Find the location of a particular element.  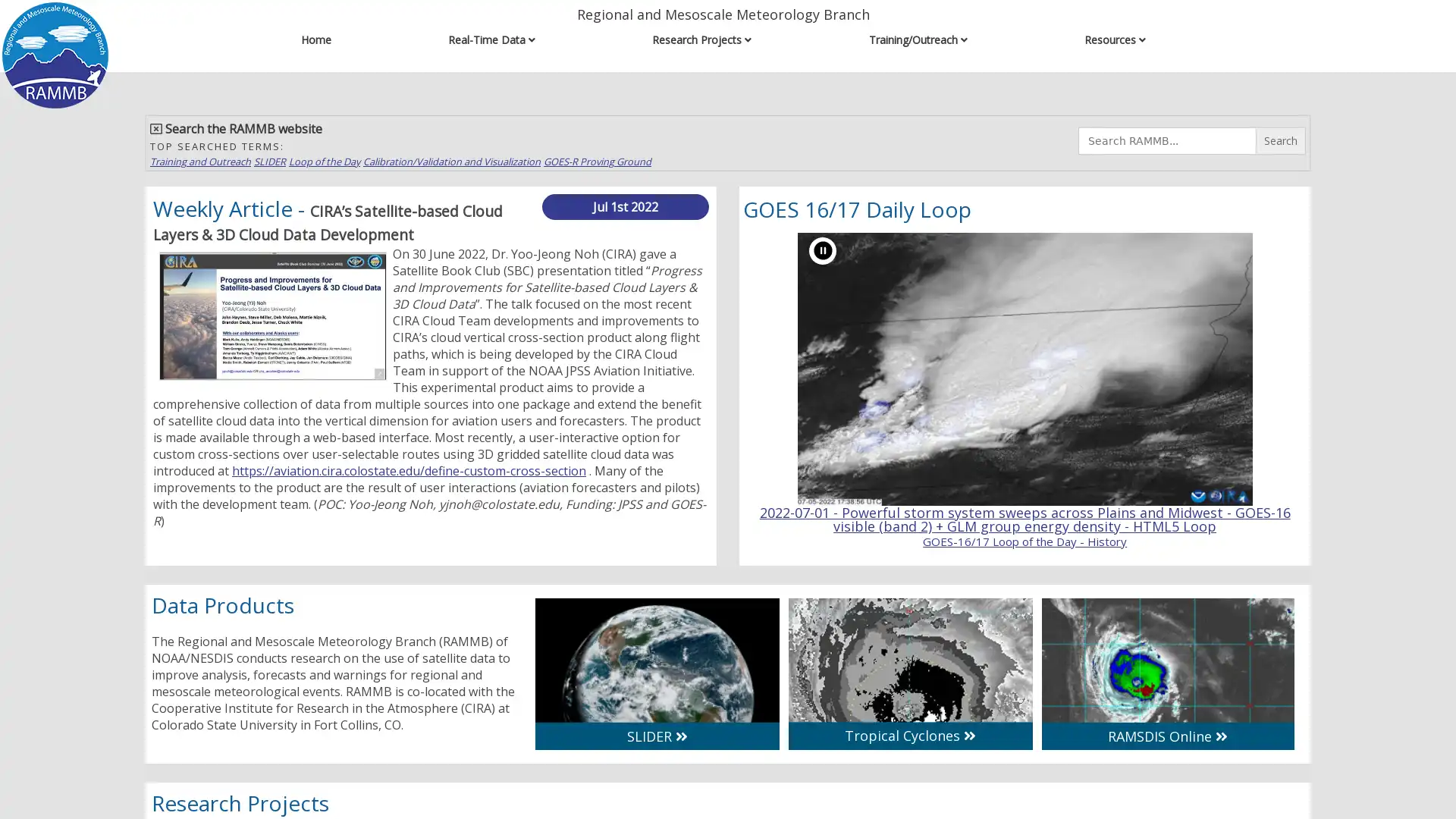

static image is located at coordinates (821, 249).